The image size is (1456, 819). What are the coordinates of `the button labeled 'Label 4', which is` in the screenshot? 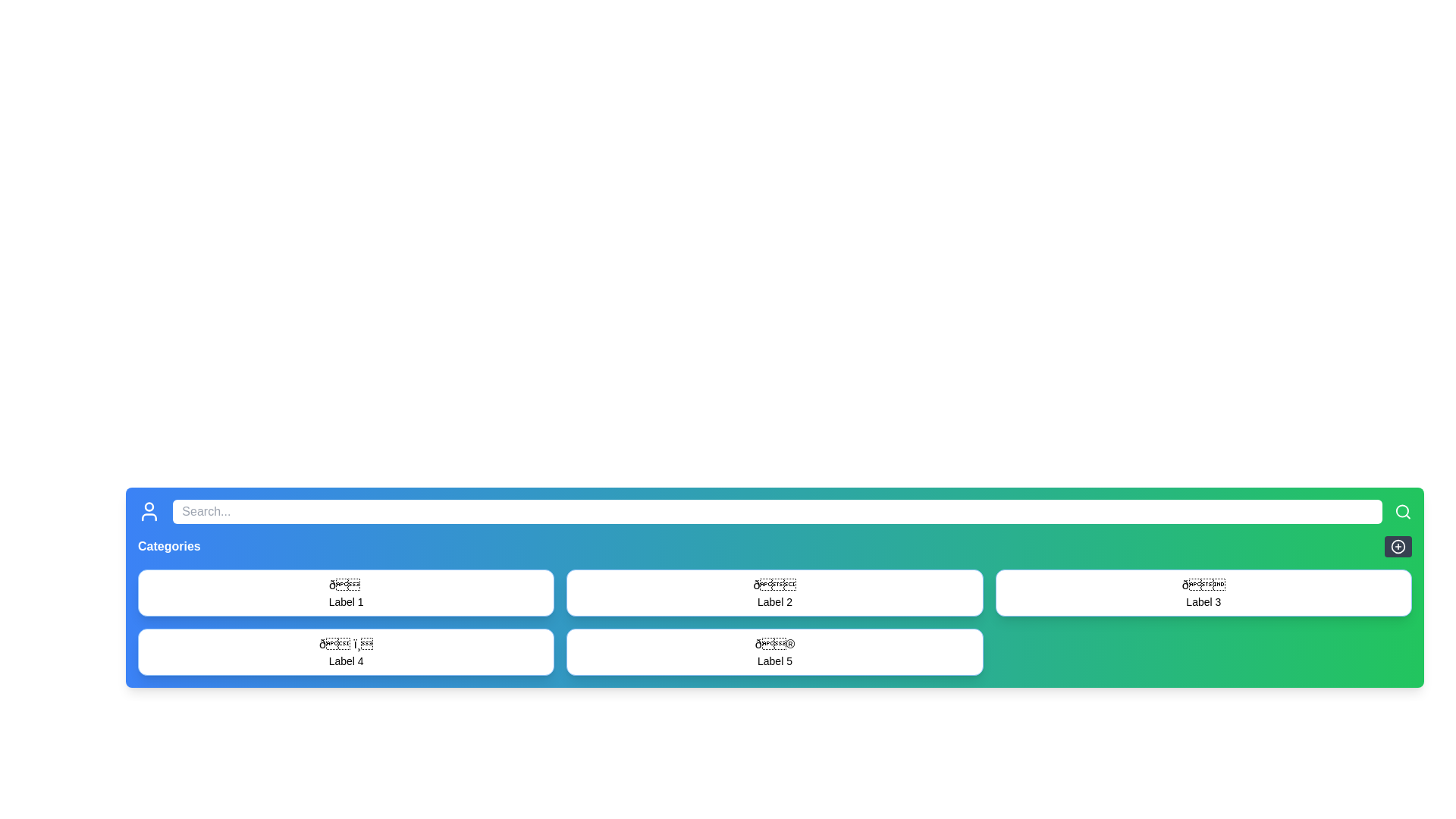 It's located at (345, 651).